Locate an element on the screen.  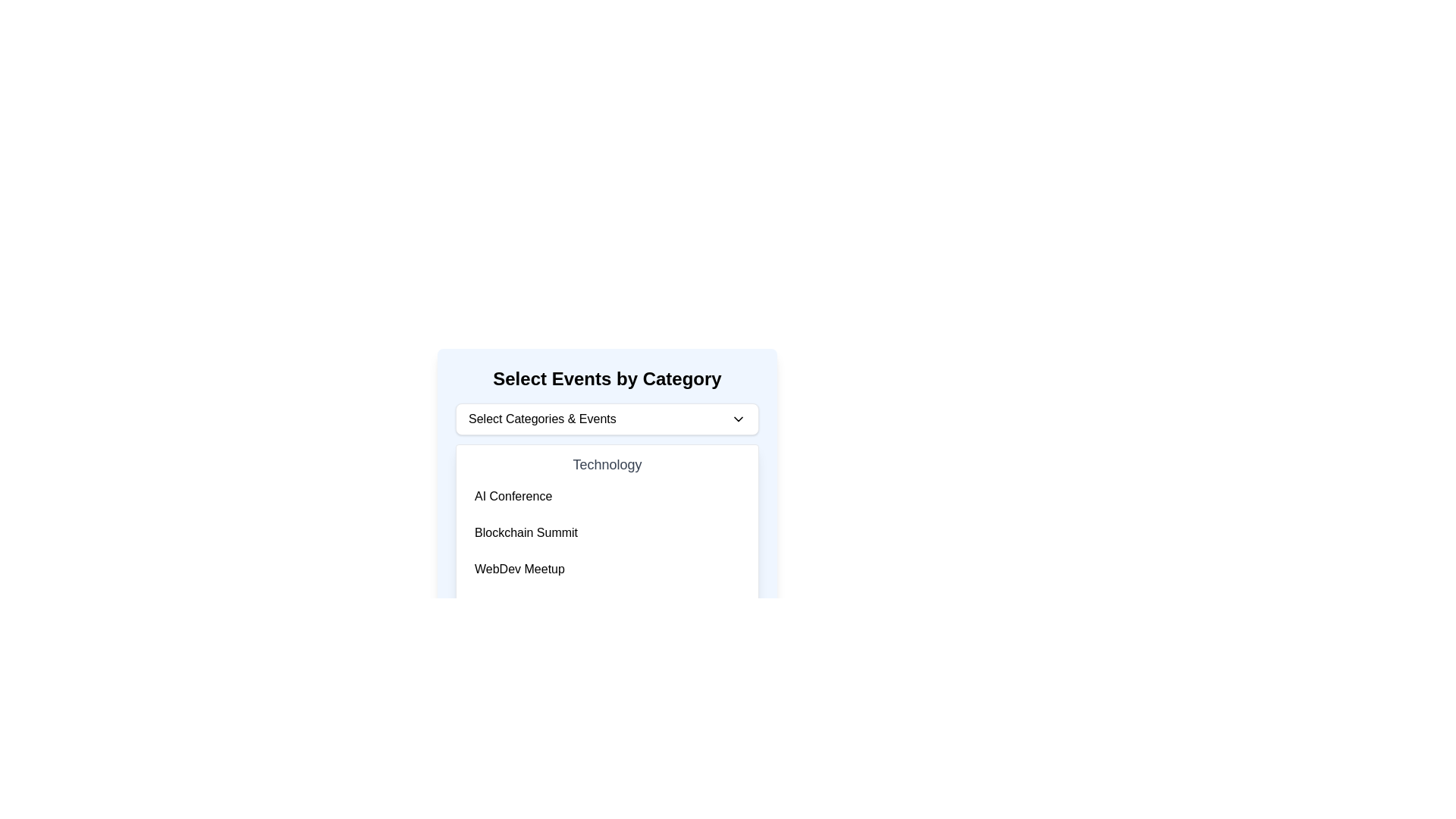
the dropdown menu button located at the top of the category selection panel is located at coordinates (607, 419).